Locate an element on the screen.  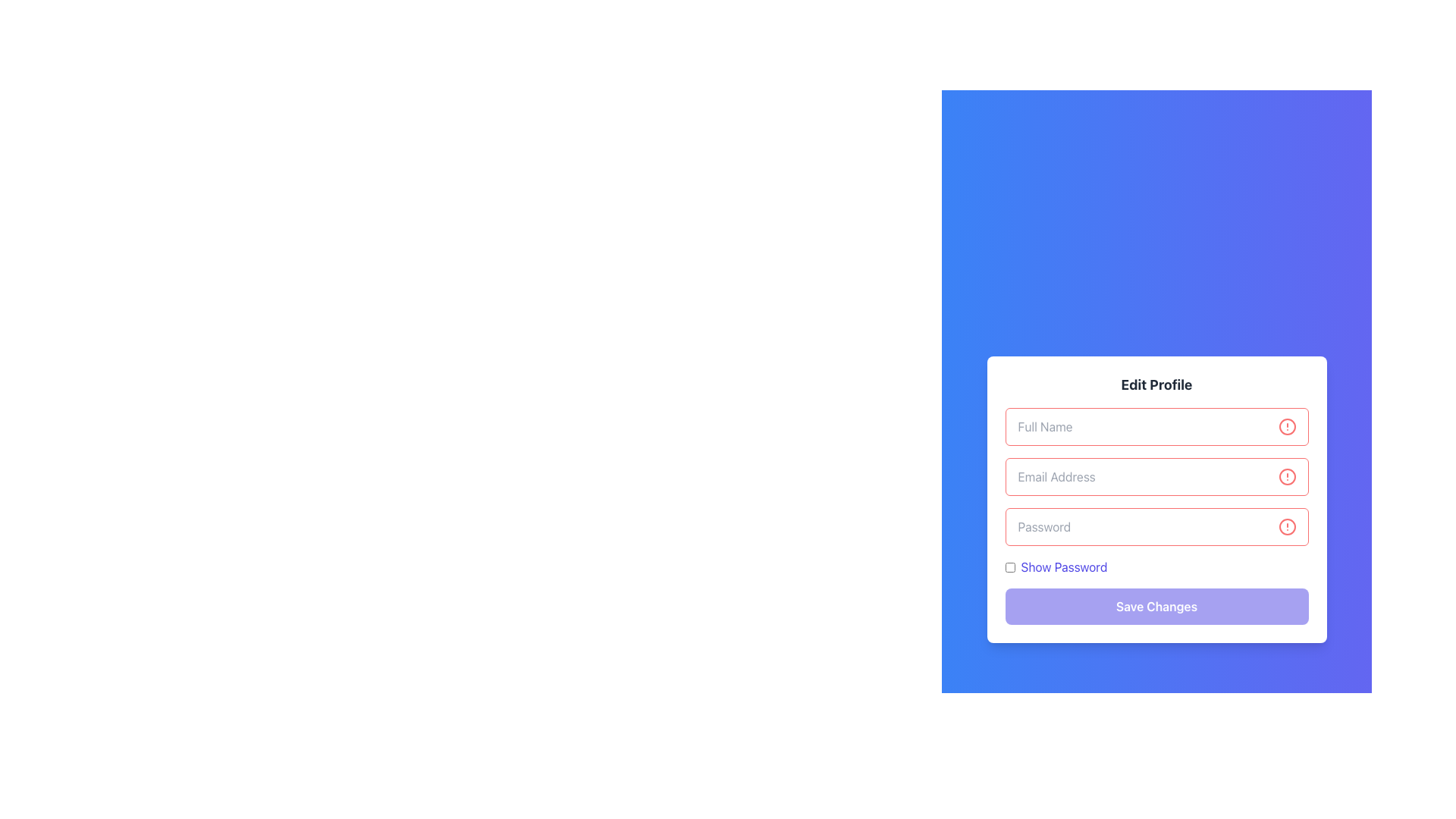
the alert icon positioned to the far right of the 'Full Name' input field, which indicates an error or important notice related to the field is located at coordinates (1286, 427).